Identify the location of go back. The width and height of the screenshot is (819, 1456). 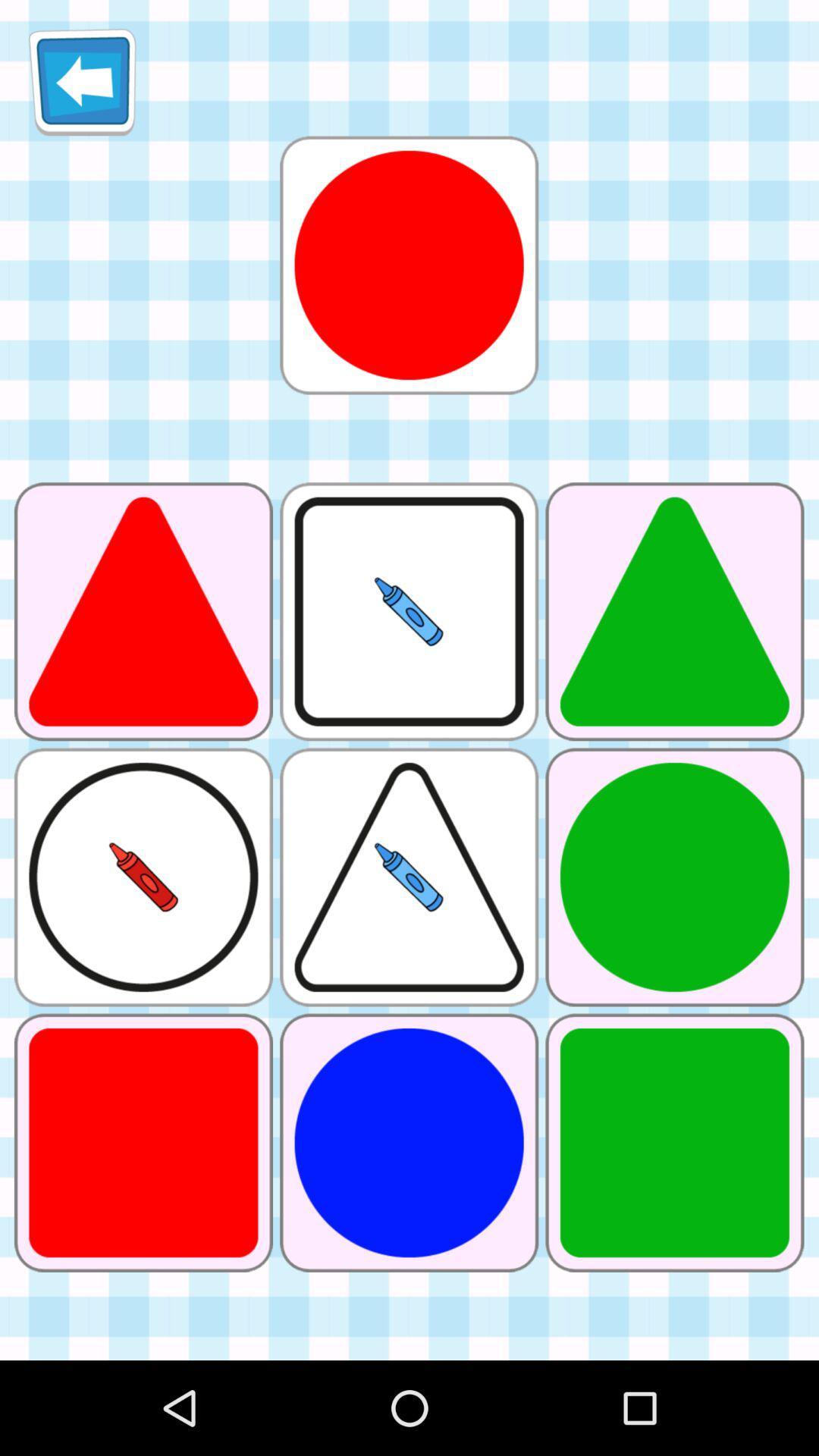
(82, 81).